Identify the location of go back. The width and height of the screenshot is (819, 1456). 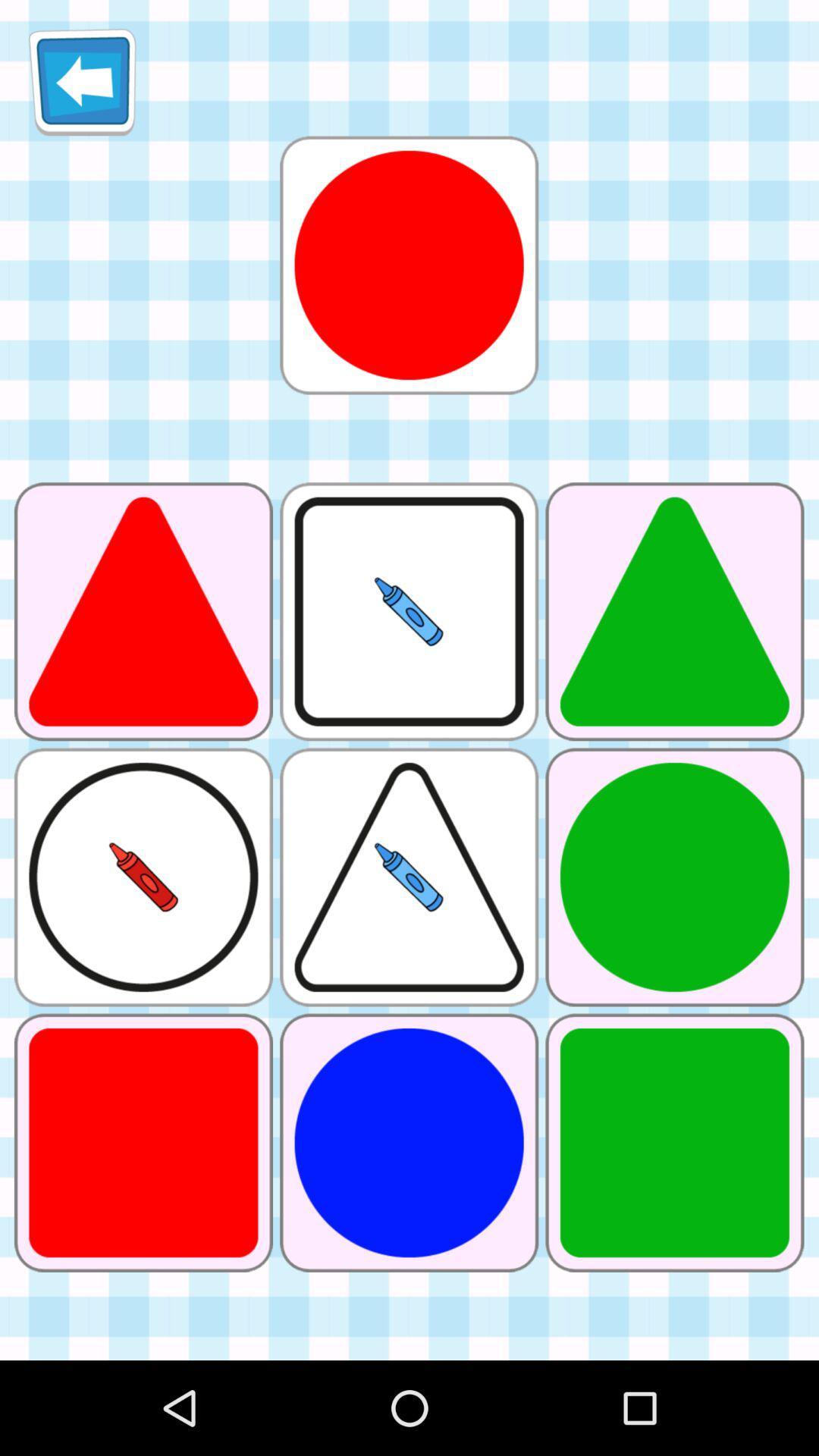
(82, 81).